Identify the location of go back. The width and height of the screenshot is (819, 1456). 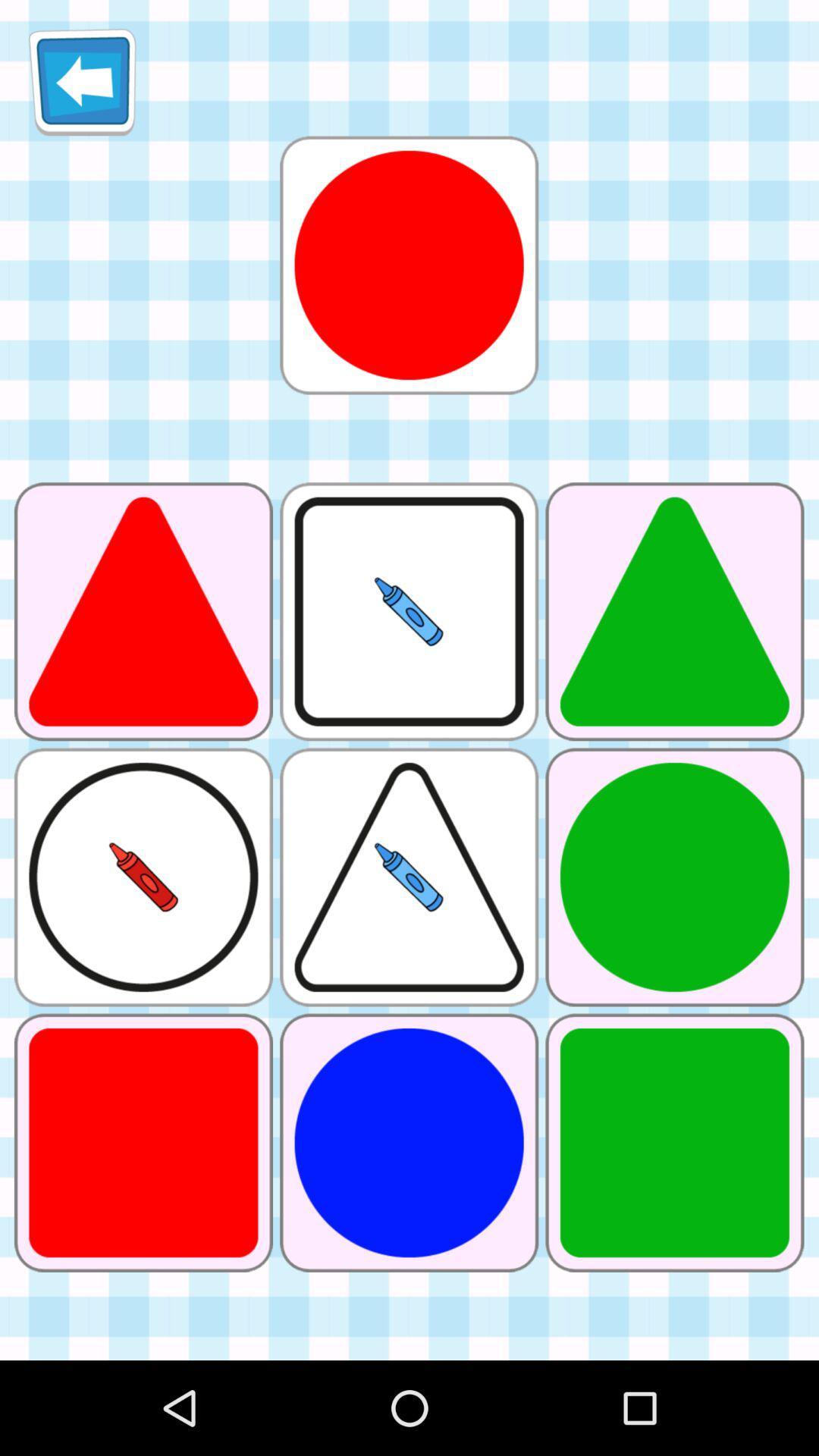
(82, 81).